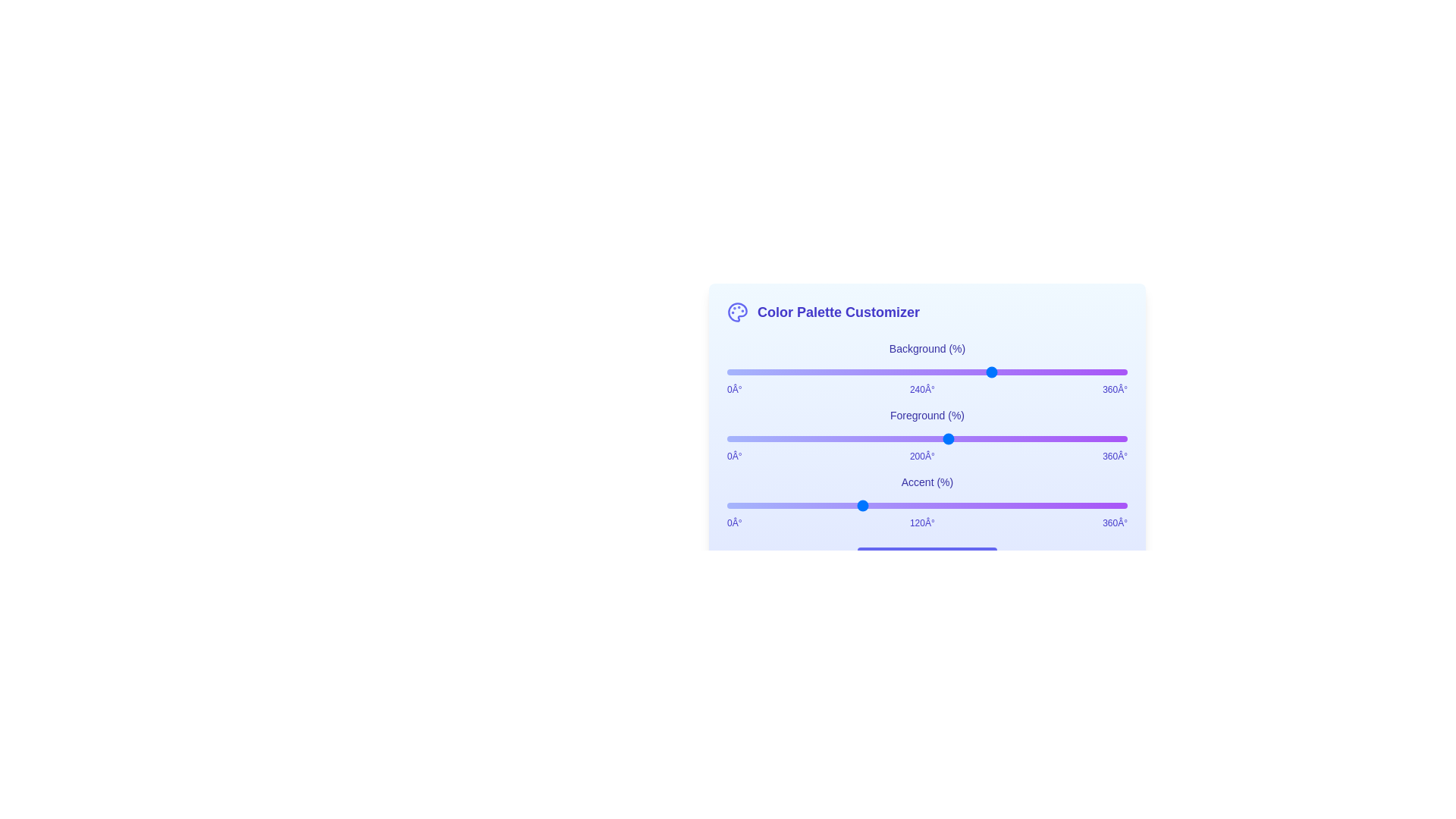 Image resolution: width=1456 pixels, height=819 pixels. I want to click on the foreground color slider to set its hue value to 49°, so click(781, 438).